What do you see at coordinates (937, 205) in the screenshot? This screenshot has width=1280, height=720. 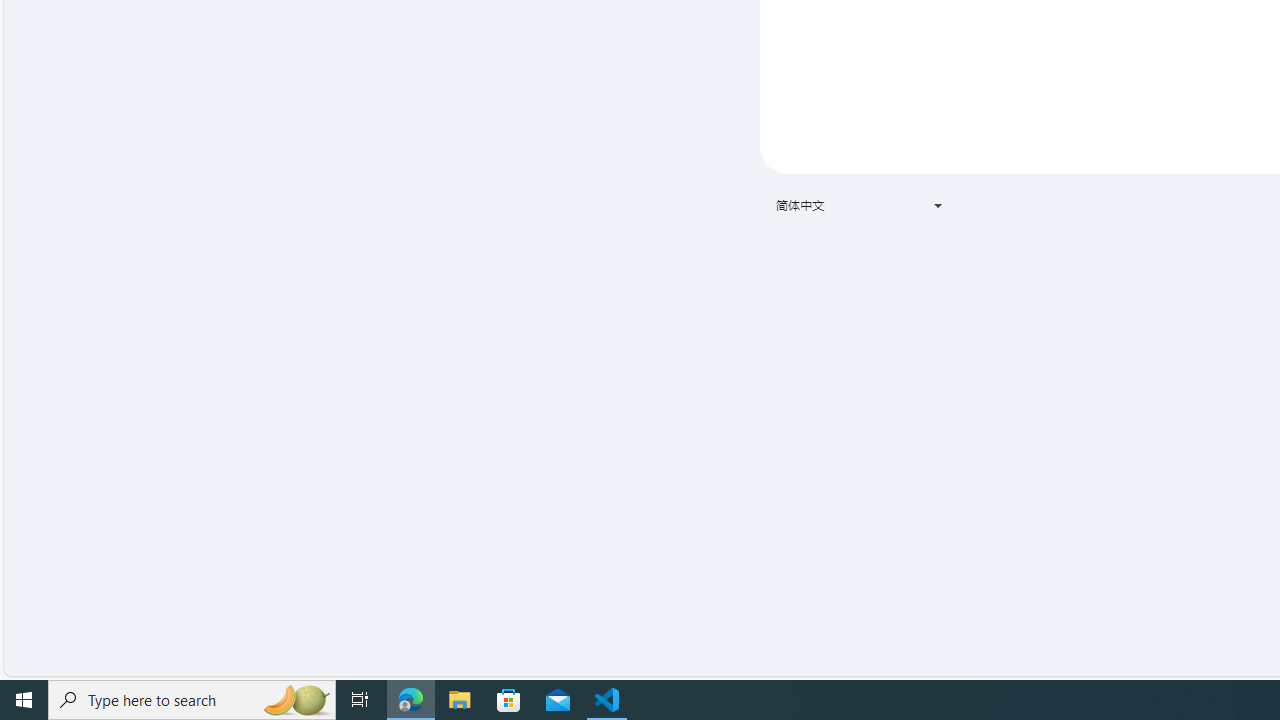 I see `'Class: VfPpkd-t08AT-Bz112c-Bd00G'` at bounding box center [937, 205].